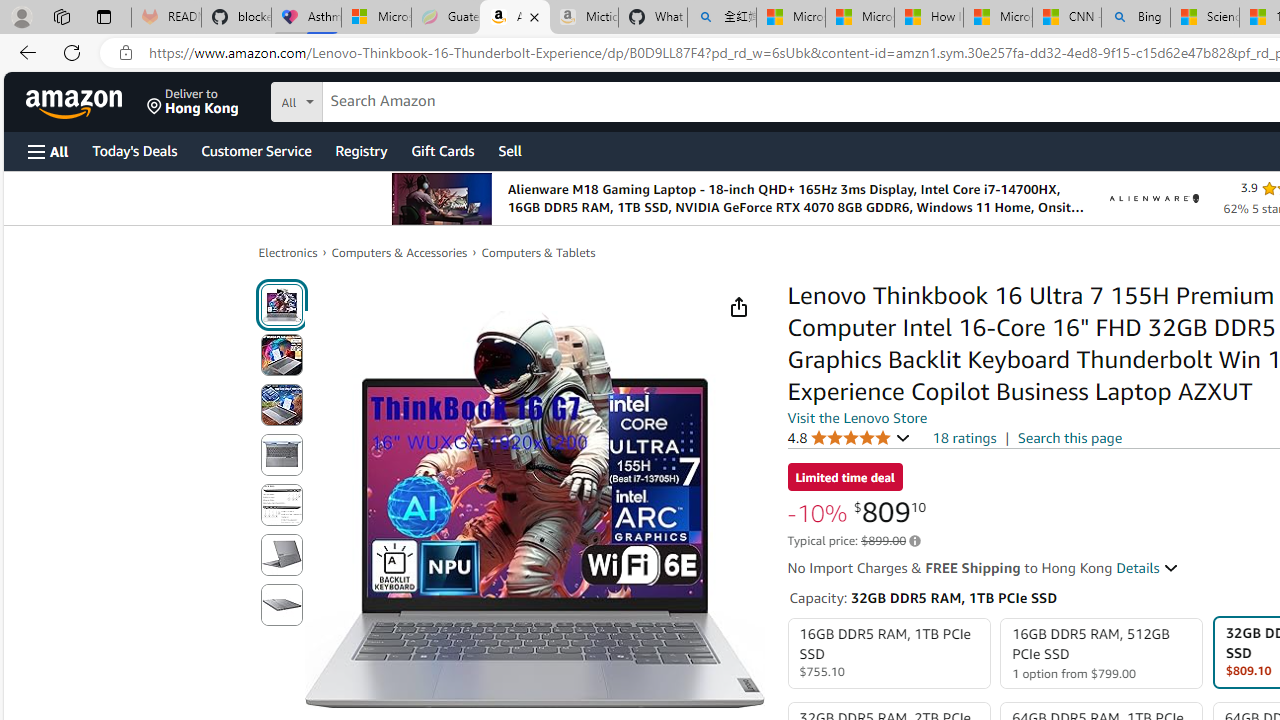  Describe the element at coordinates (400, 252) in the screenshot. I see `'Computers & Accessories'` at that location.